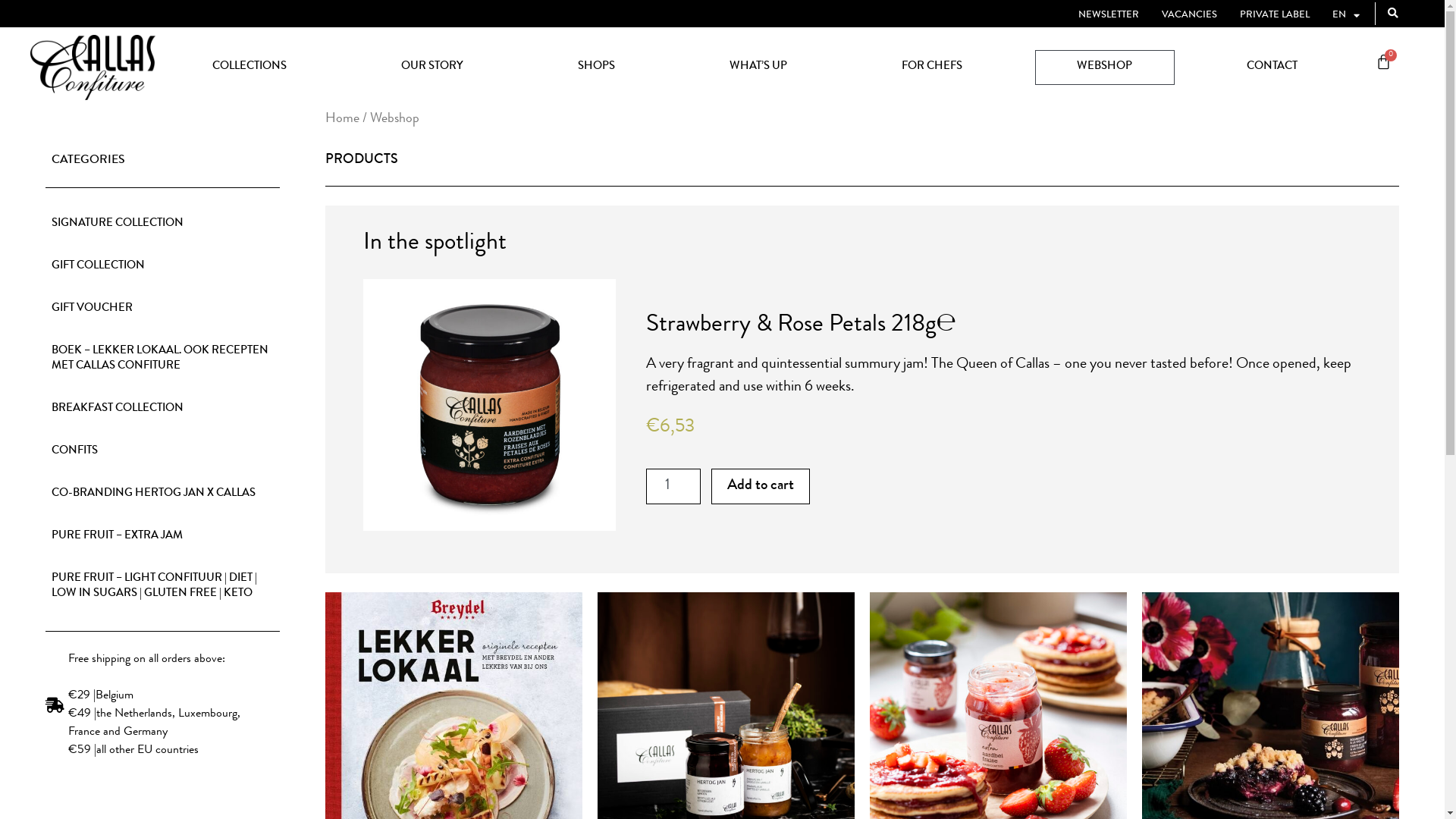 The height and width of the screenshot is (819, 1456). Describe the element at coordinates (1271, 66) in the screenshot. I see `'CONTACT'` at that location.